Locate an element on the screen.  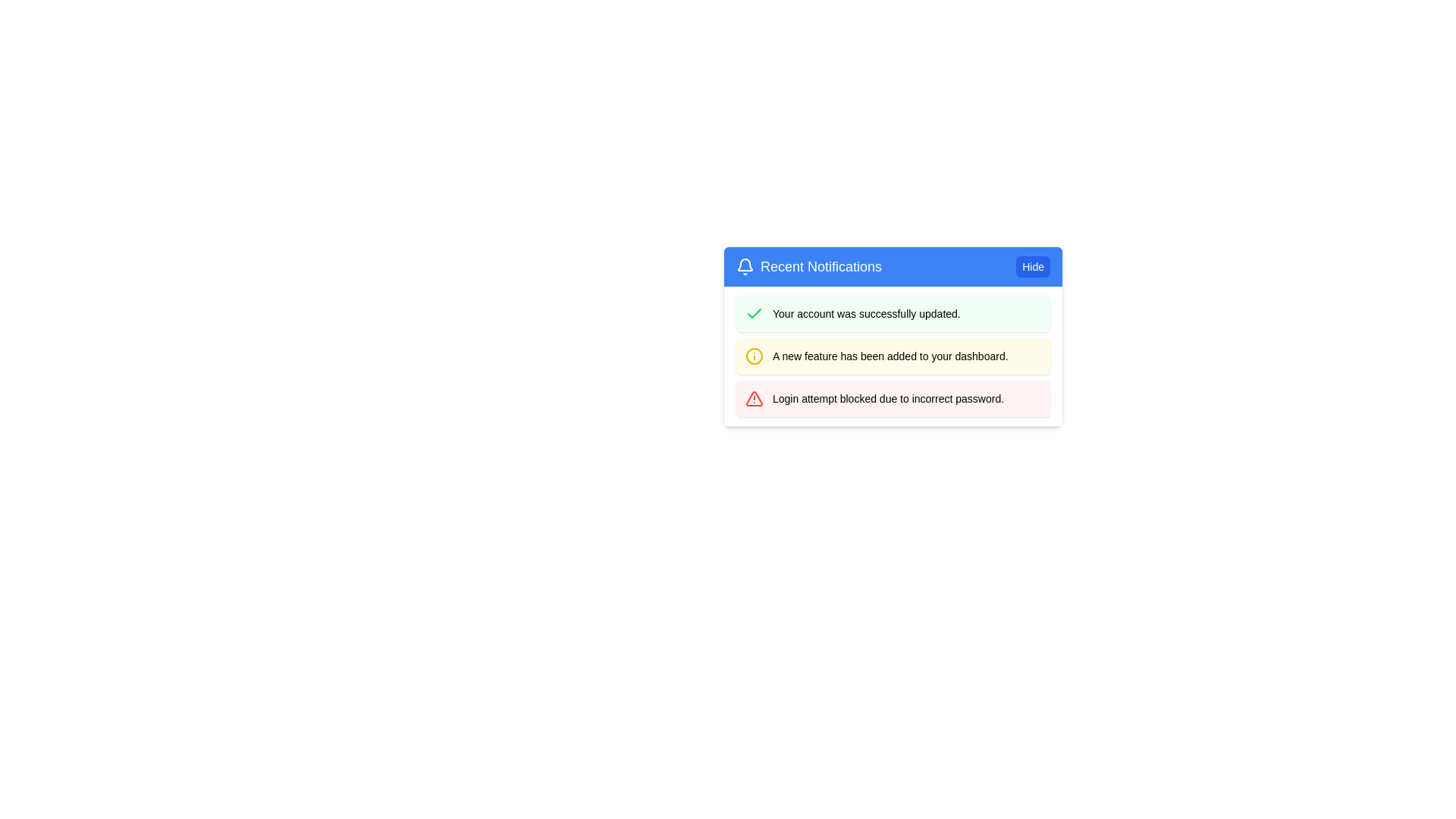
static text message displaying 'Your account was successfully updated.' which is part of a success notification, located next to a green check icon is located at coordinates (866, 312).